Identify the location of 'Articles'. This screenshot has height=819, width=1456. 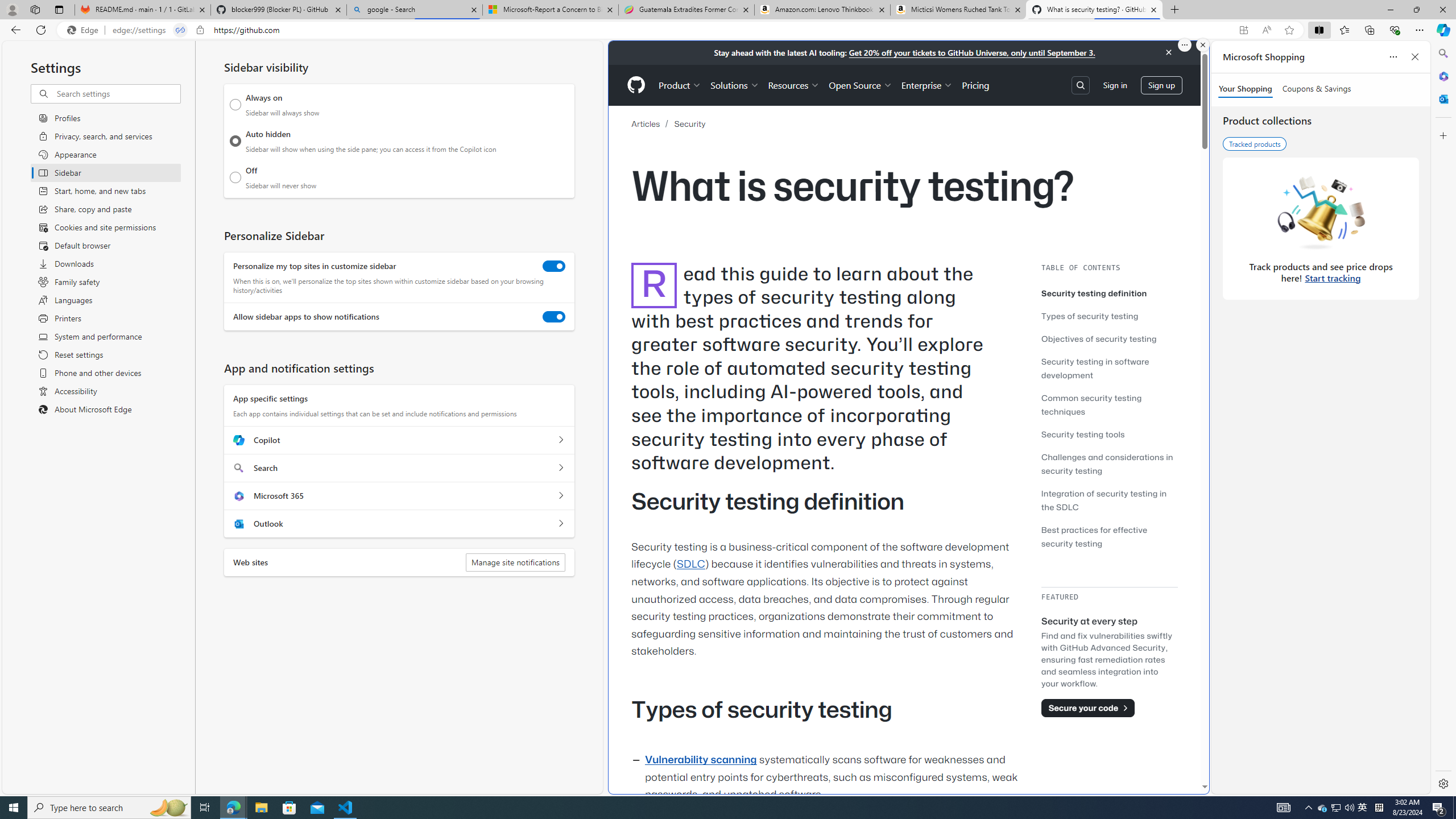
(646, 124).